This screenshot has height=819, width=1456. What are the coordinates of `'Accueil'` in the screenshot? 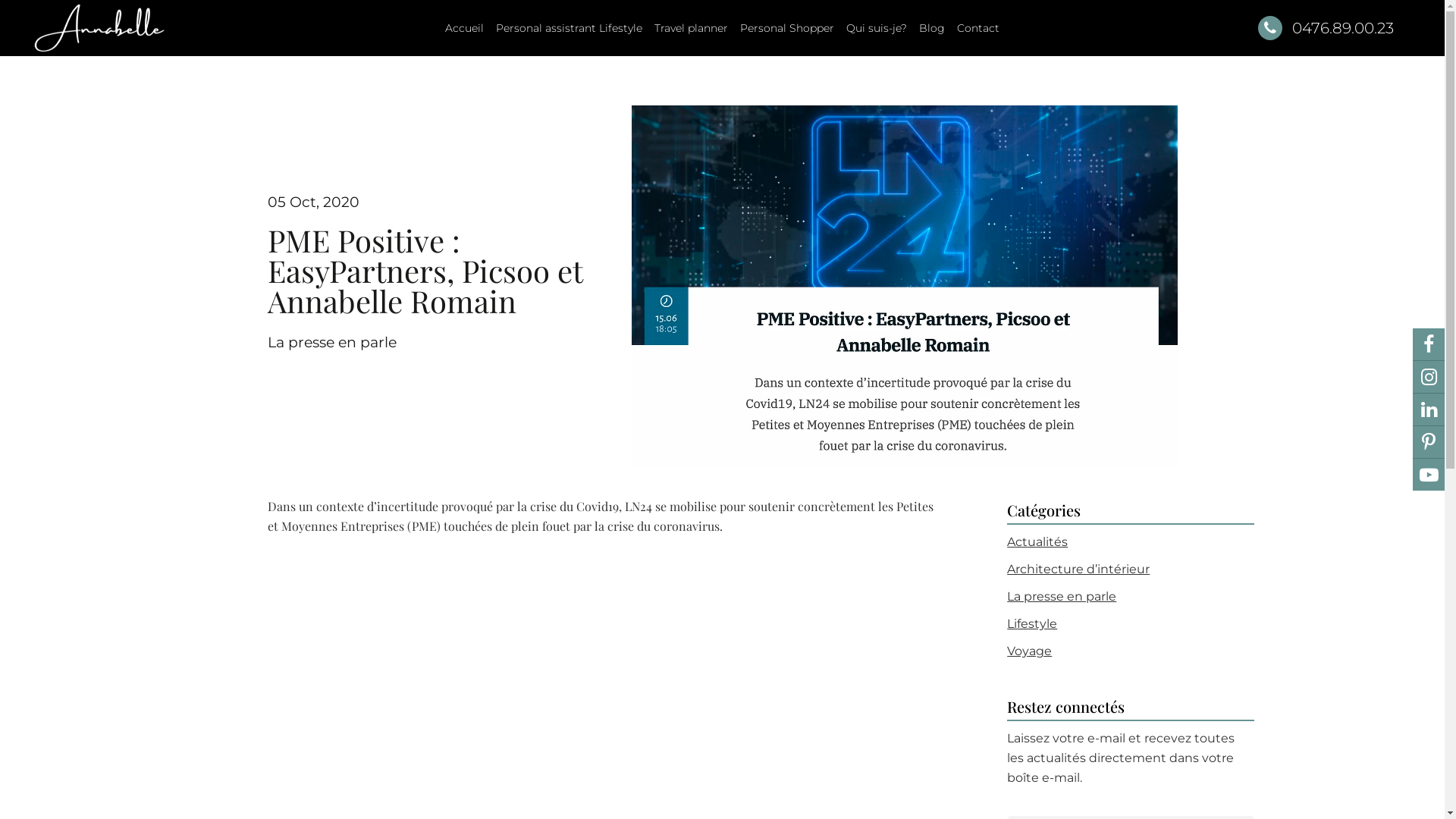 It's located at (438, 28).